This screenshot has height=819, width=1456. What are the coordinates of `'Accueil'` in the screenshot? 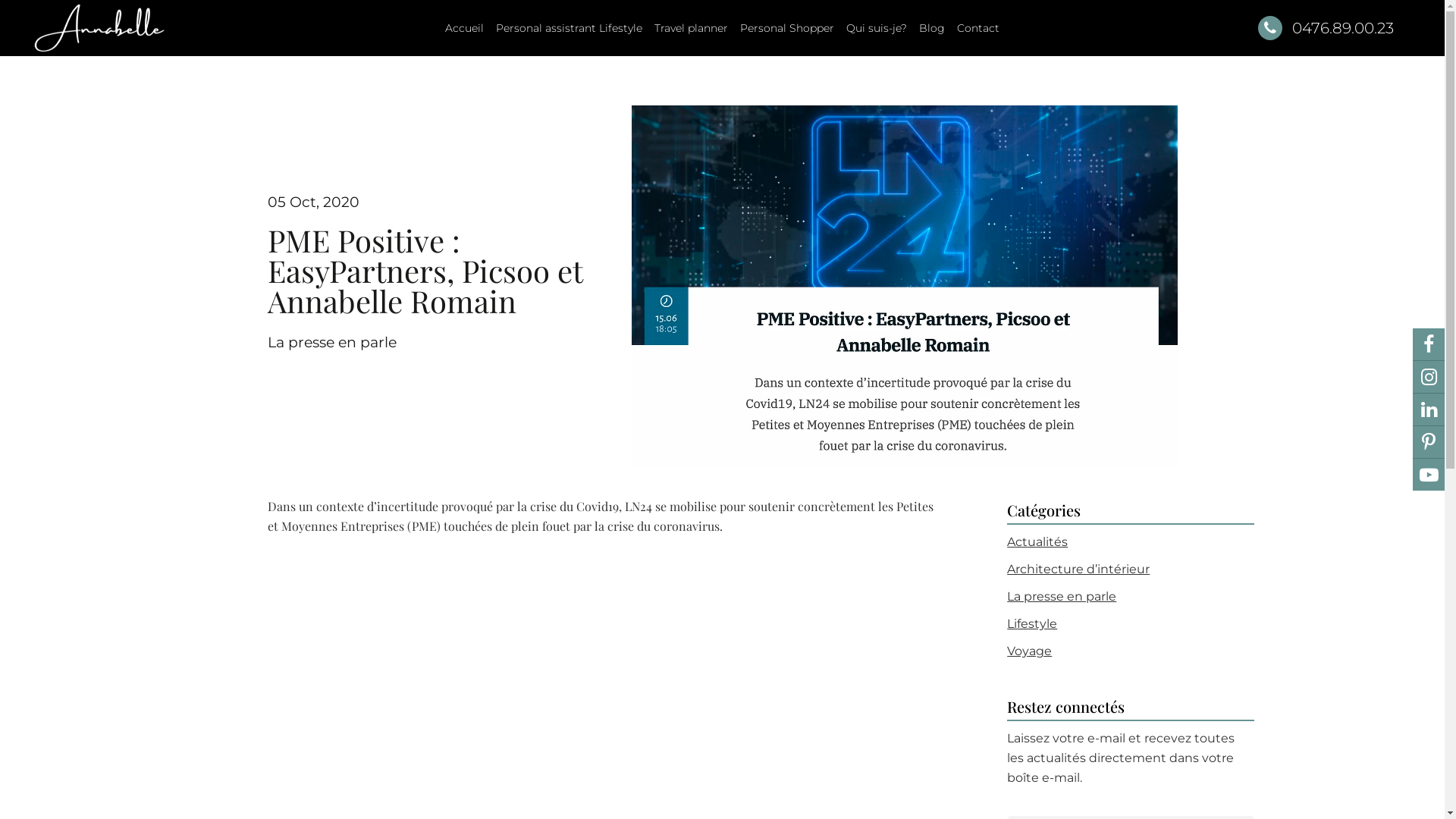 It's located at (438, 28).